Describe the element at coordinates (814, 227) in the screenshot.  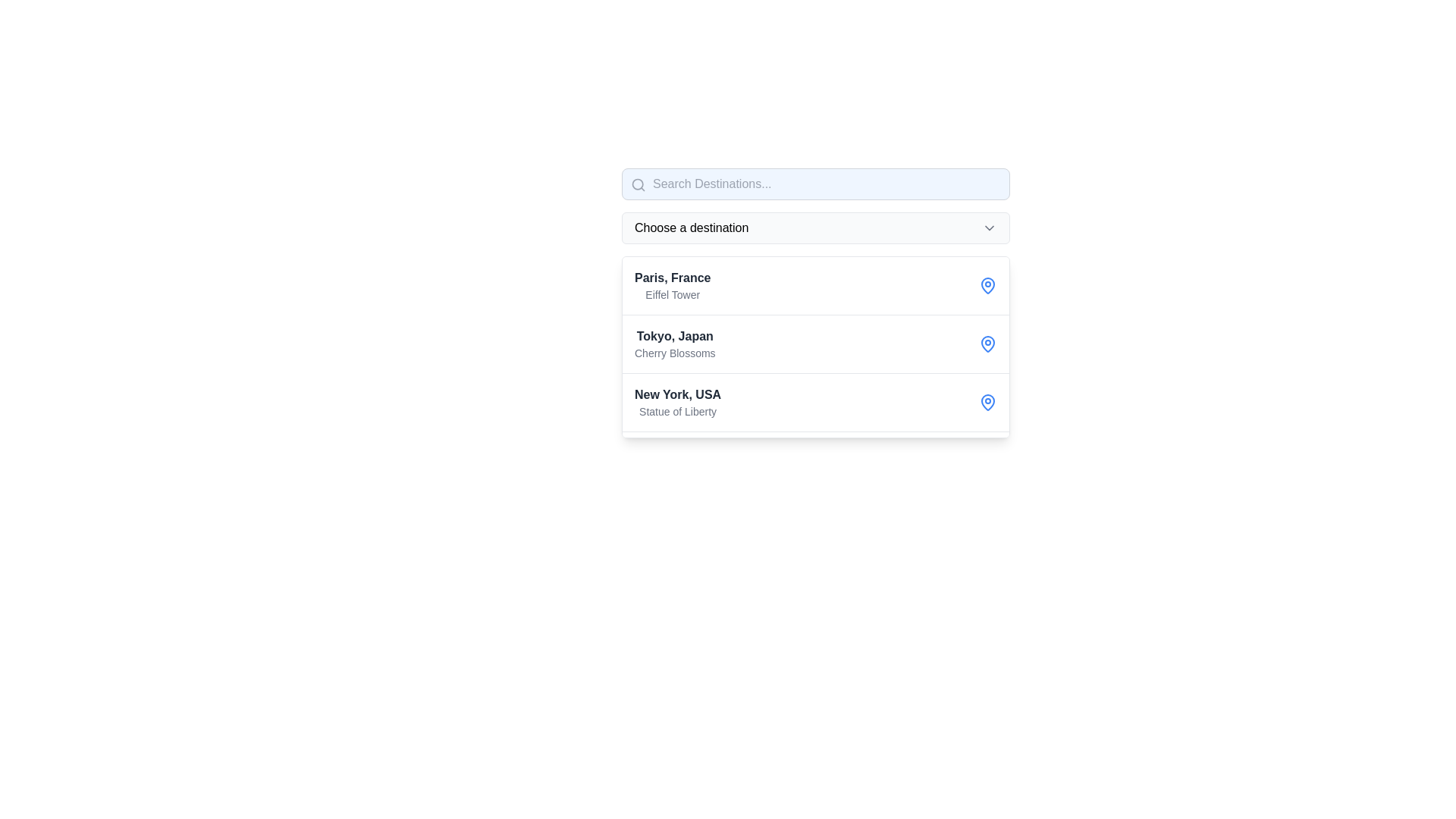
I see `the Dropdown button labeled 'Choose a destination' using the keyboard for accessibility purposes` at that location.